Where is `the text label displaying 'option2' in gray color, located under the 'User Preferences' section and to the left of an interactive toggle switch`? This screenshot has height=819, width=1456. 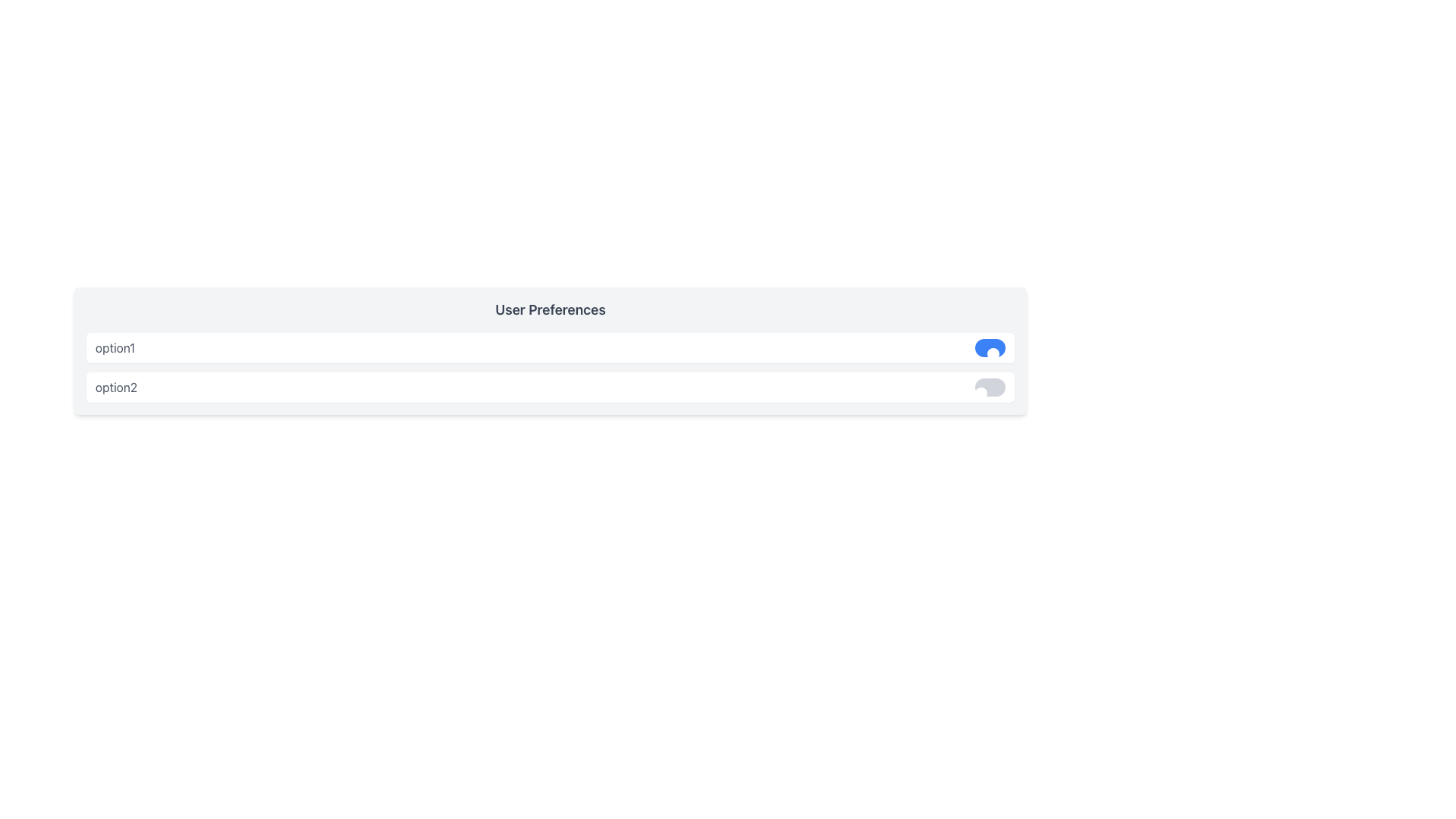
the text label displaying 'option2' in gray color, located under the 'User Preferences' section and to the left of an interactive toggle switch is located at coordinates (115, 386).